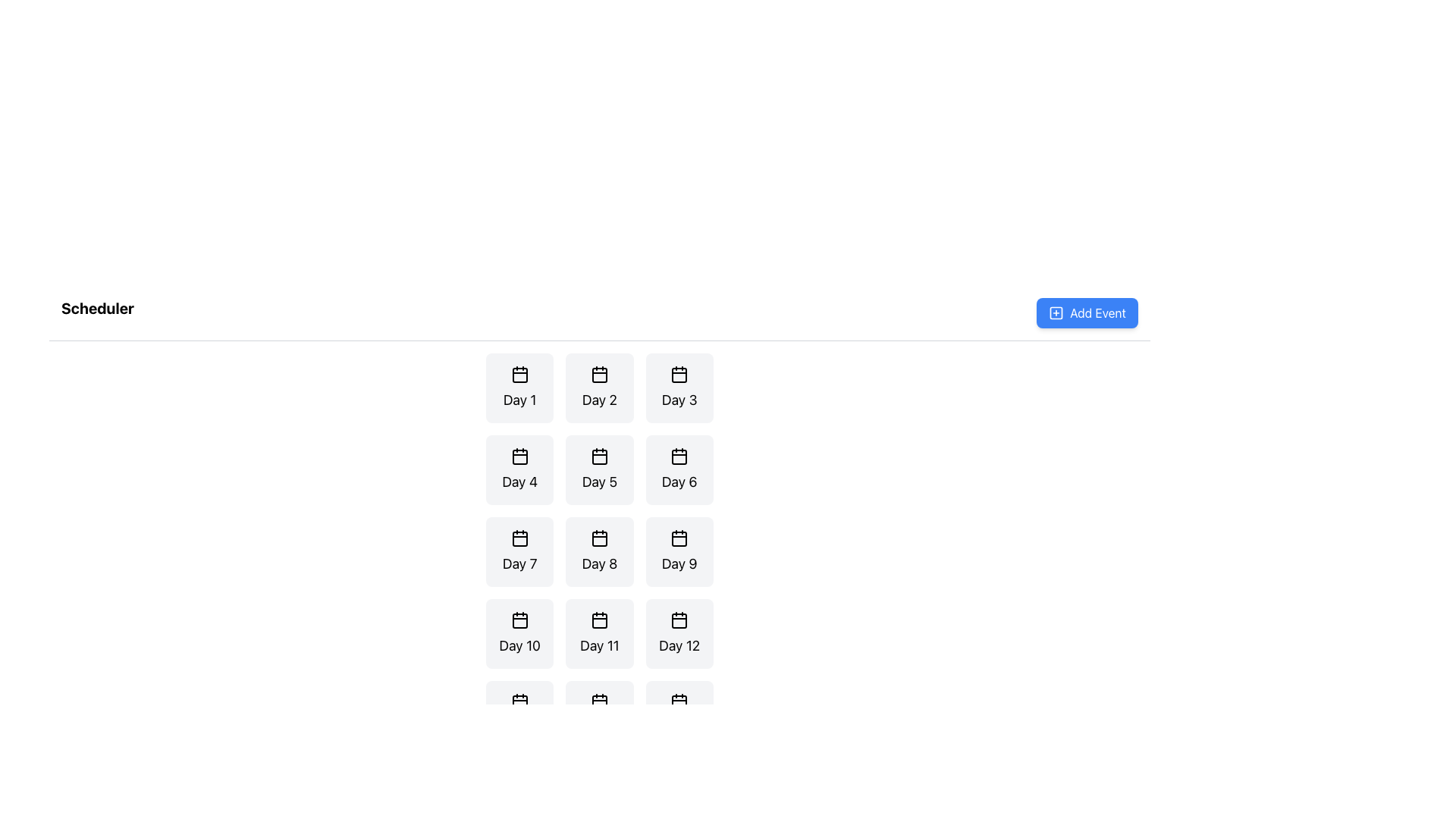 This screenshot has width=1456, height=819. Describe the element at coordinates (679, 374) in the screenshot. I see `outlined calendar icon located in the top-right section of the 'Day 3' box, which features a rectangular shape and two upper sections` at that location.